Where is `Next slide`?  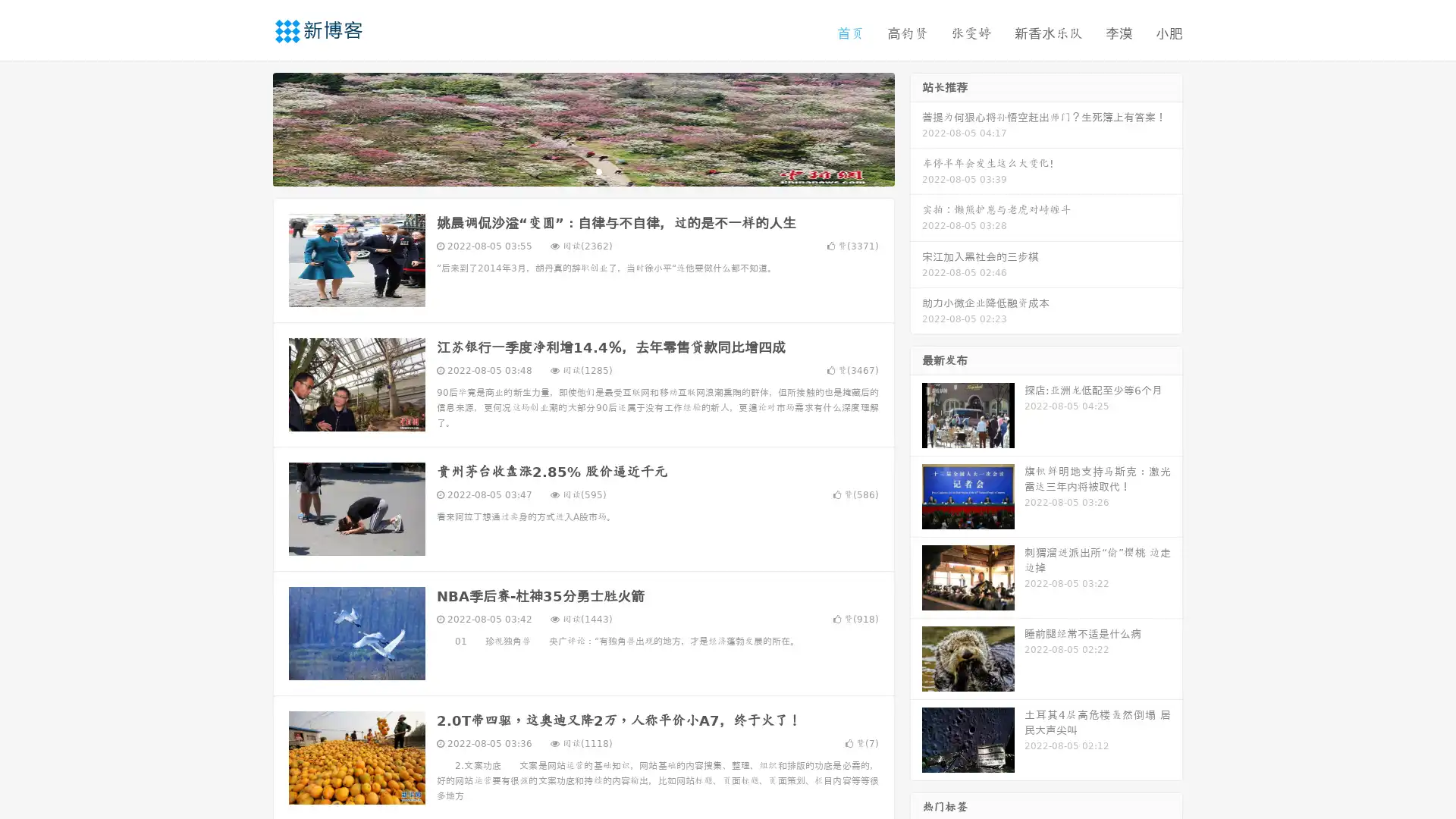 Next slide is located at coordinates (916, 127).